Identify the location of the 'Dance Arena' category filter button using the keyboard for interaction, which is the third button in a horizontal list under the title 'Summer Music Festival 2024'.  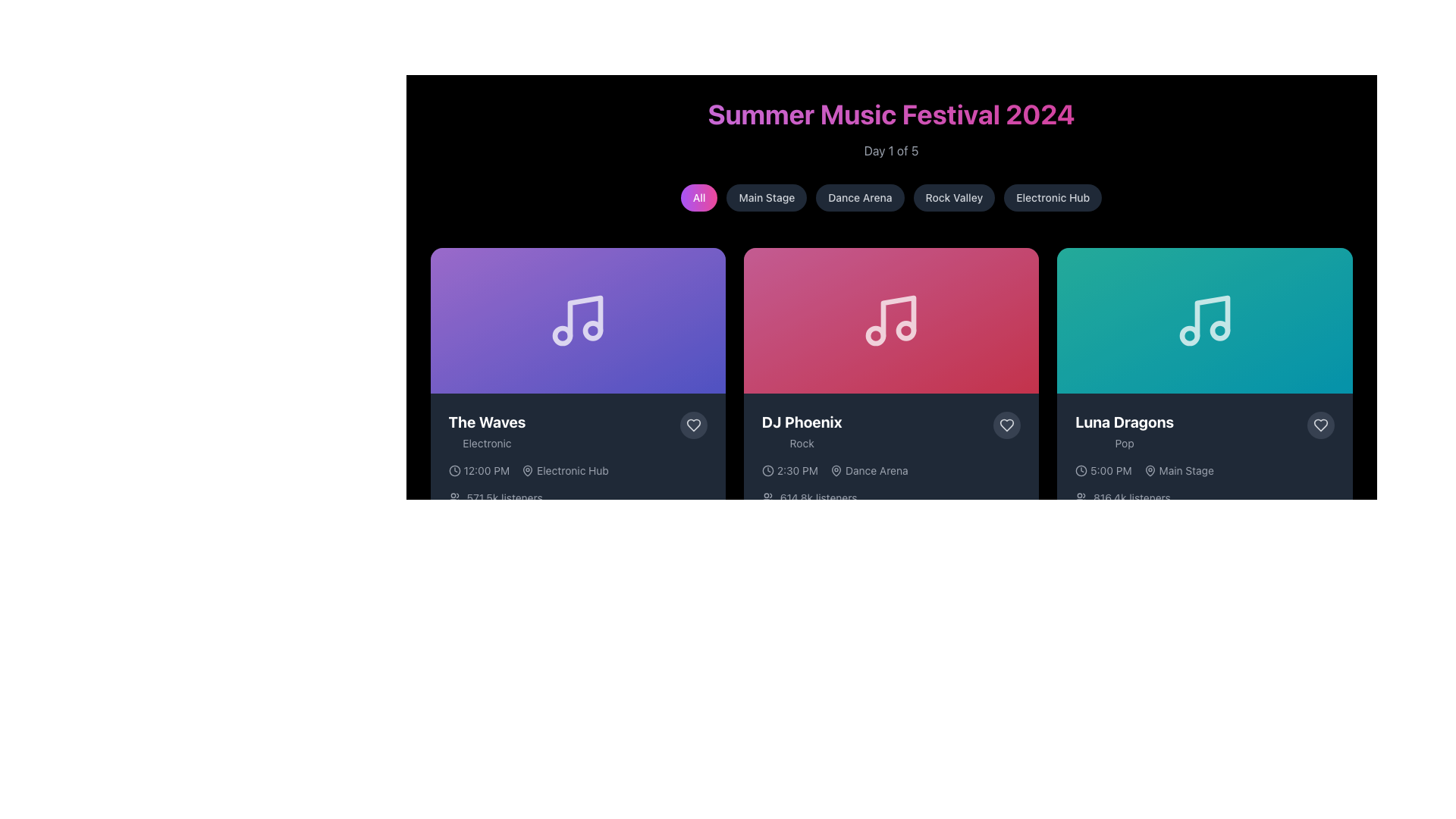
(860, 197).